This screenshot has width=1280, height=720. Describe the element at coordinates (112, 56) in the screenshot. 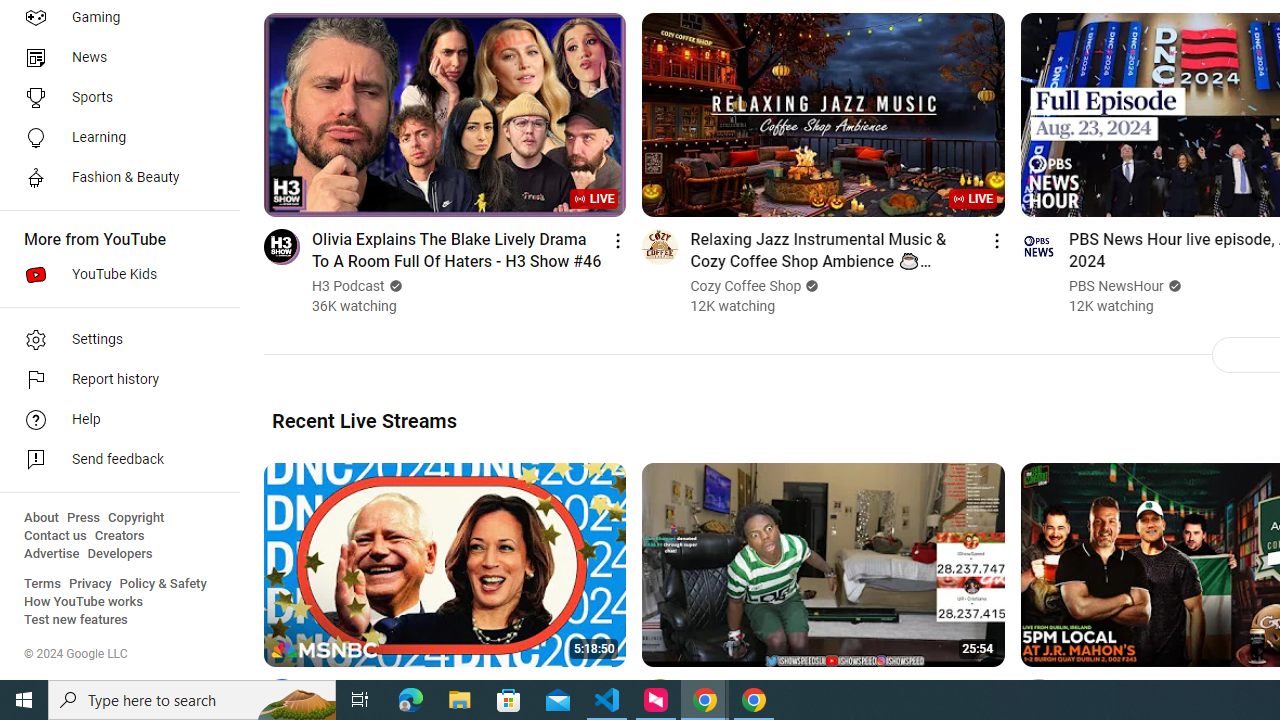

I see `'News'` at that location.